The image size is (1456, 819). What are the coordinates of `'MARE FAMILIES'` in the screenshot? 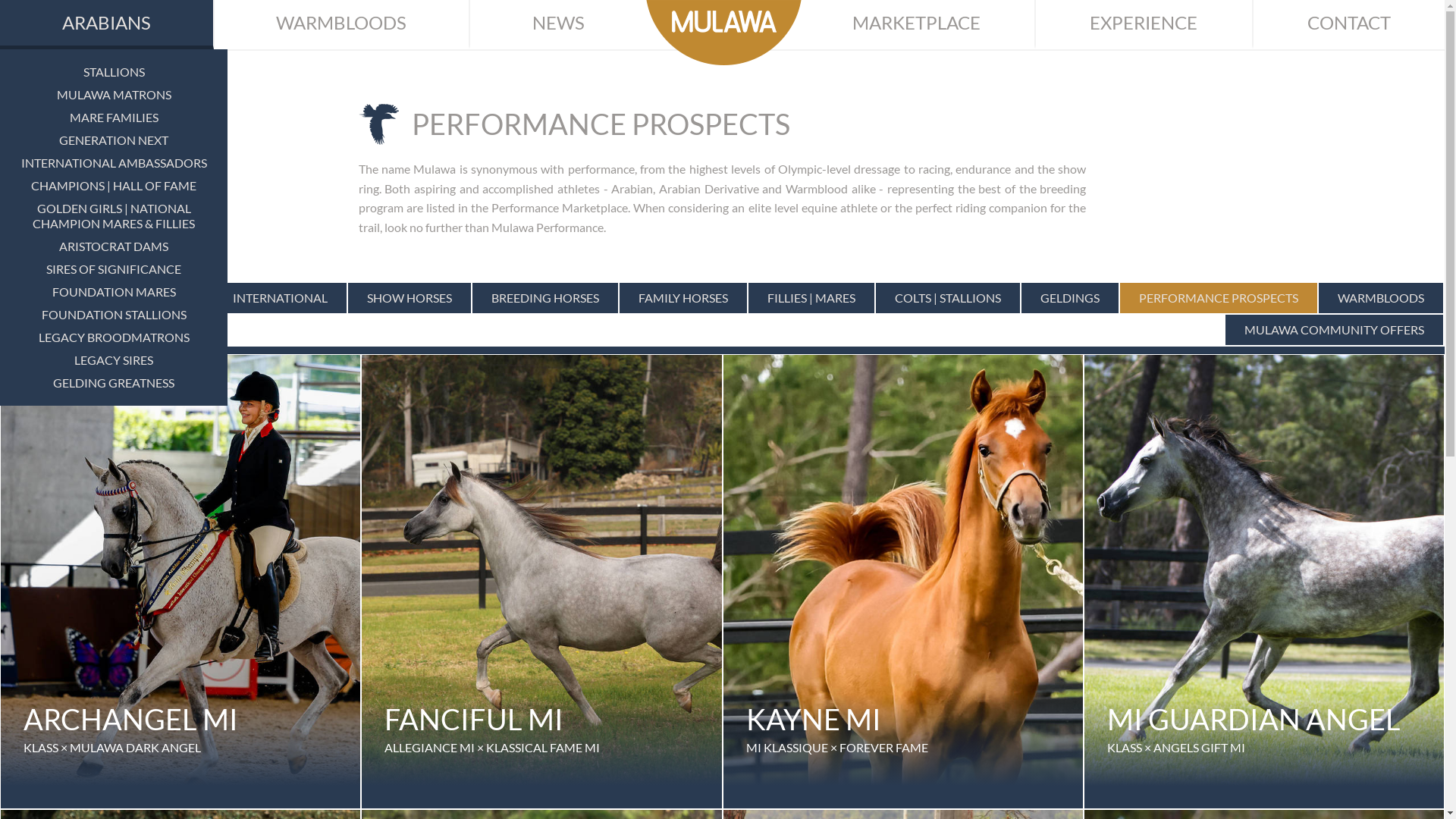 It's located at (112, 116).